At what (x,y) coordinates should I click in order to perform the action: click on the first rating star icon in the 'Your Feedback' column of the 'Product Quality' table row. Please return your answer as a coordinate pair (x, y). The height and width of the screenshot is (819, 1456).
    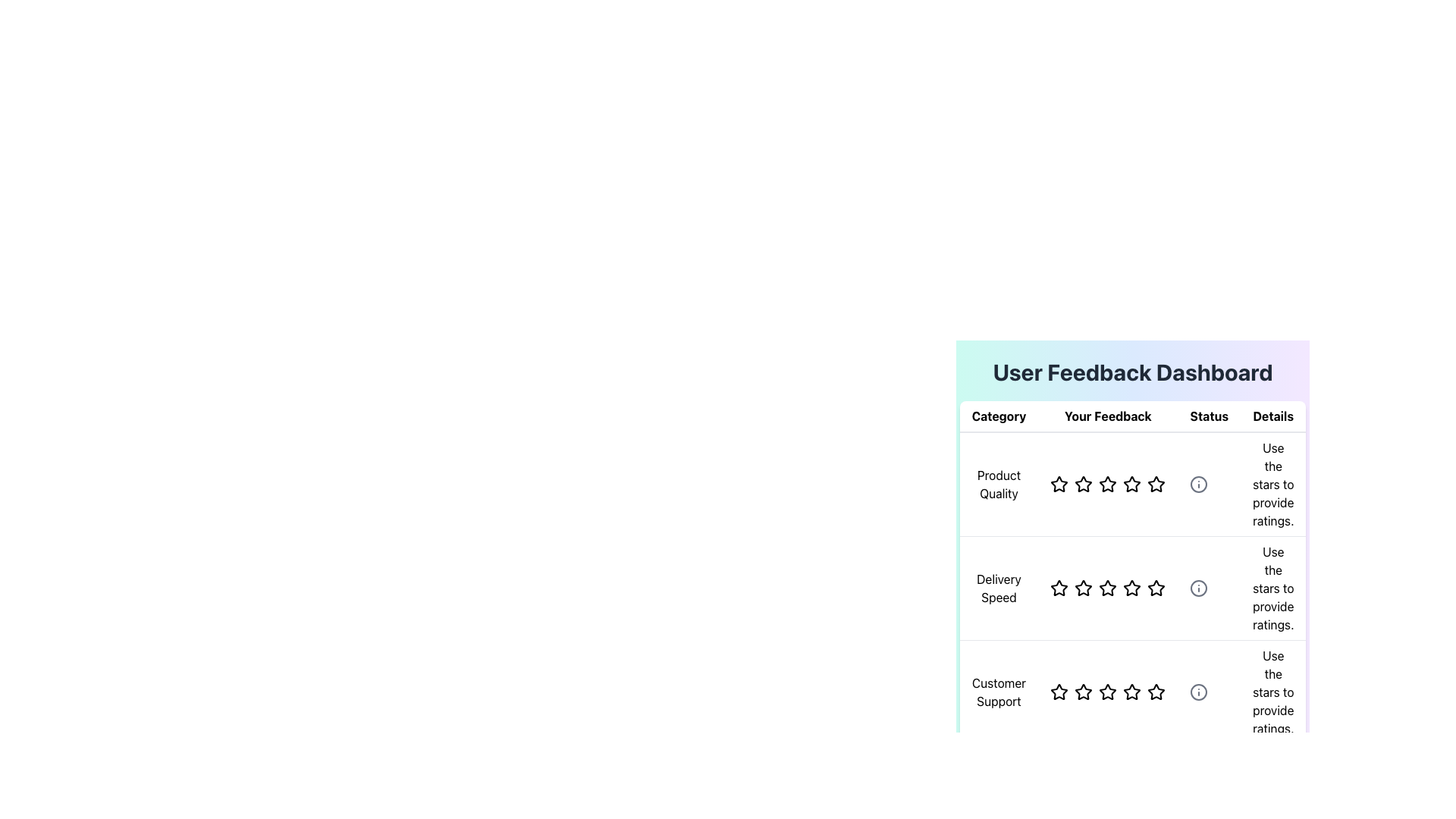
    Looking at the image, I should click on (1059, 485).